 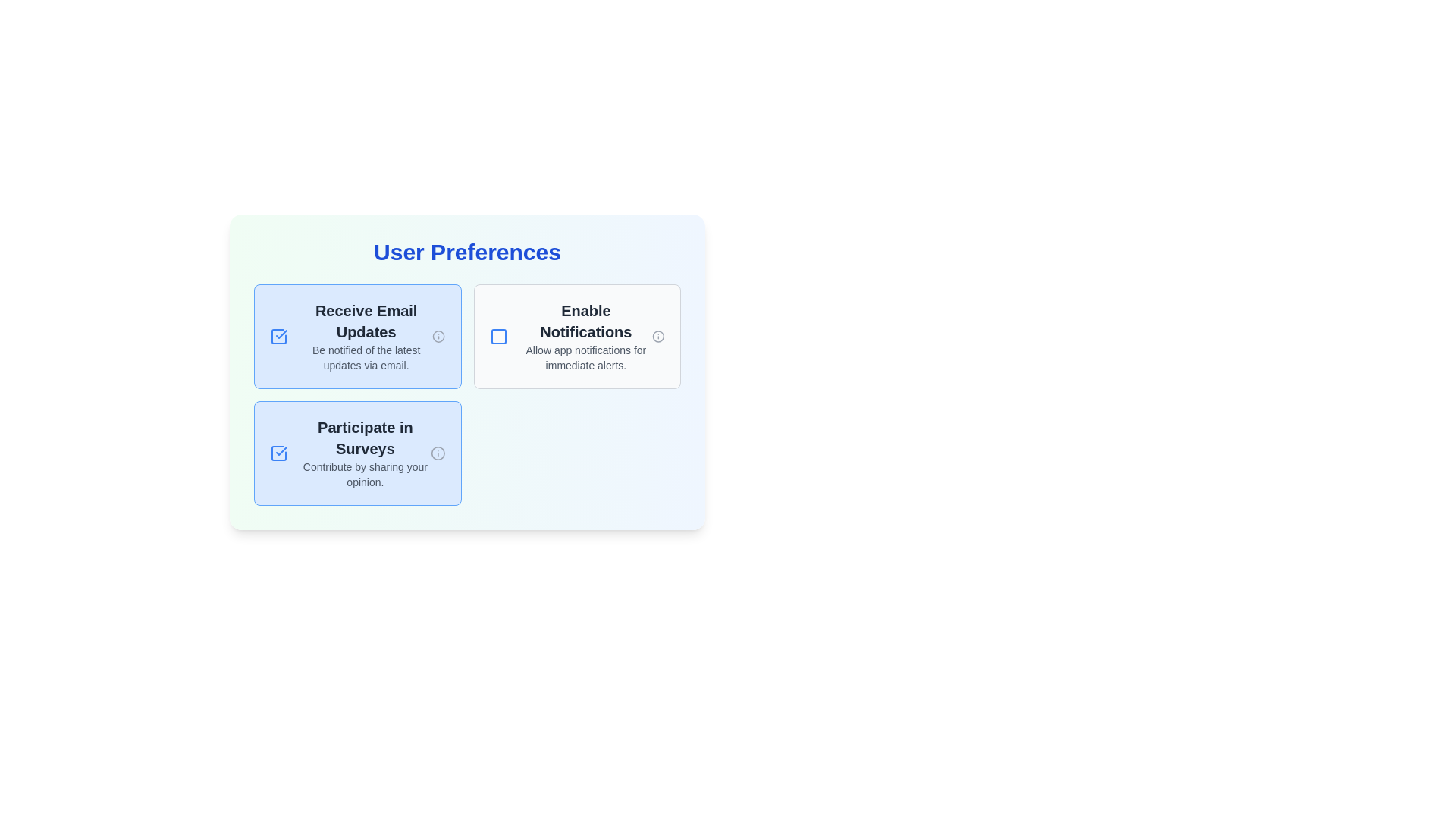 I want to click on the text display component titled 'Receive Email Updates', which features a bold headline and a description in a light blue background, located in the top-left corner of the user preferences grid, so click(x=366, y=335).